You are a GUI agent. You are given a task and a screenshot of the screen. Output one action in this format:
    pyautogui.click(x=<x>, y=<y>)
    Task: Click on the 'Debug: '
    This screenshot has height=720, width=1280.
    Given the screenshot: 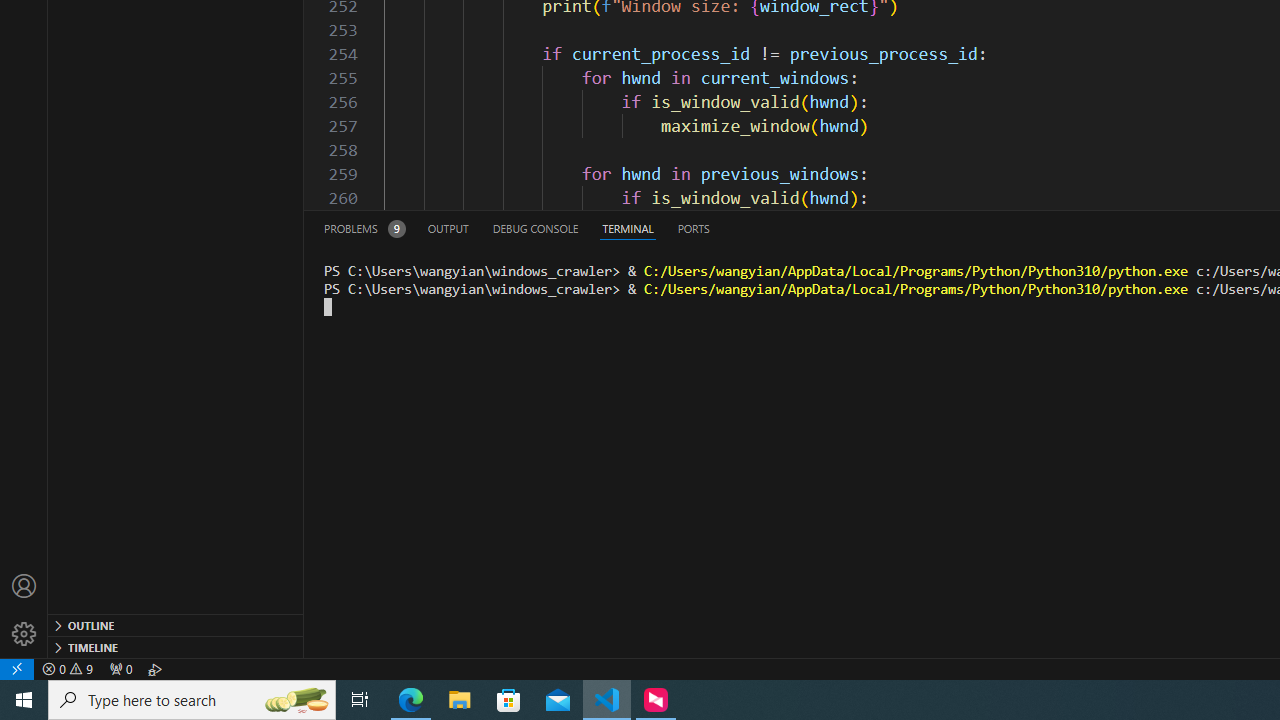 What is the action you would take?
    pyautogui.click(x=154, y=668)
    